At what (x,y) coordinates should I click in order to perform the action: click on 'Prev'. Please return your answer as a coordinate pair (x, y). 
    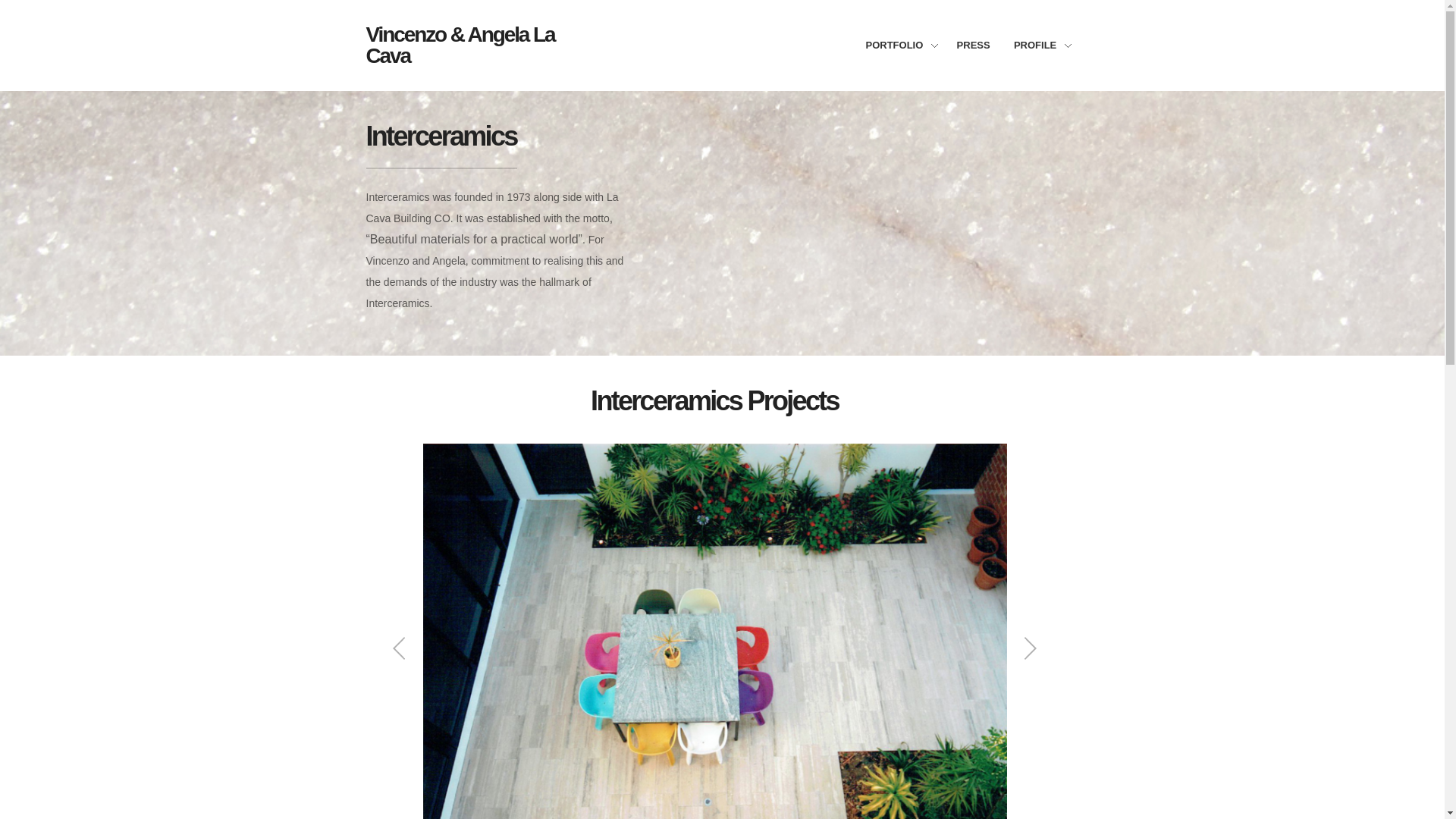
    Looking at the image, I should click on (400, 648).